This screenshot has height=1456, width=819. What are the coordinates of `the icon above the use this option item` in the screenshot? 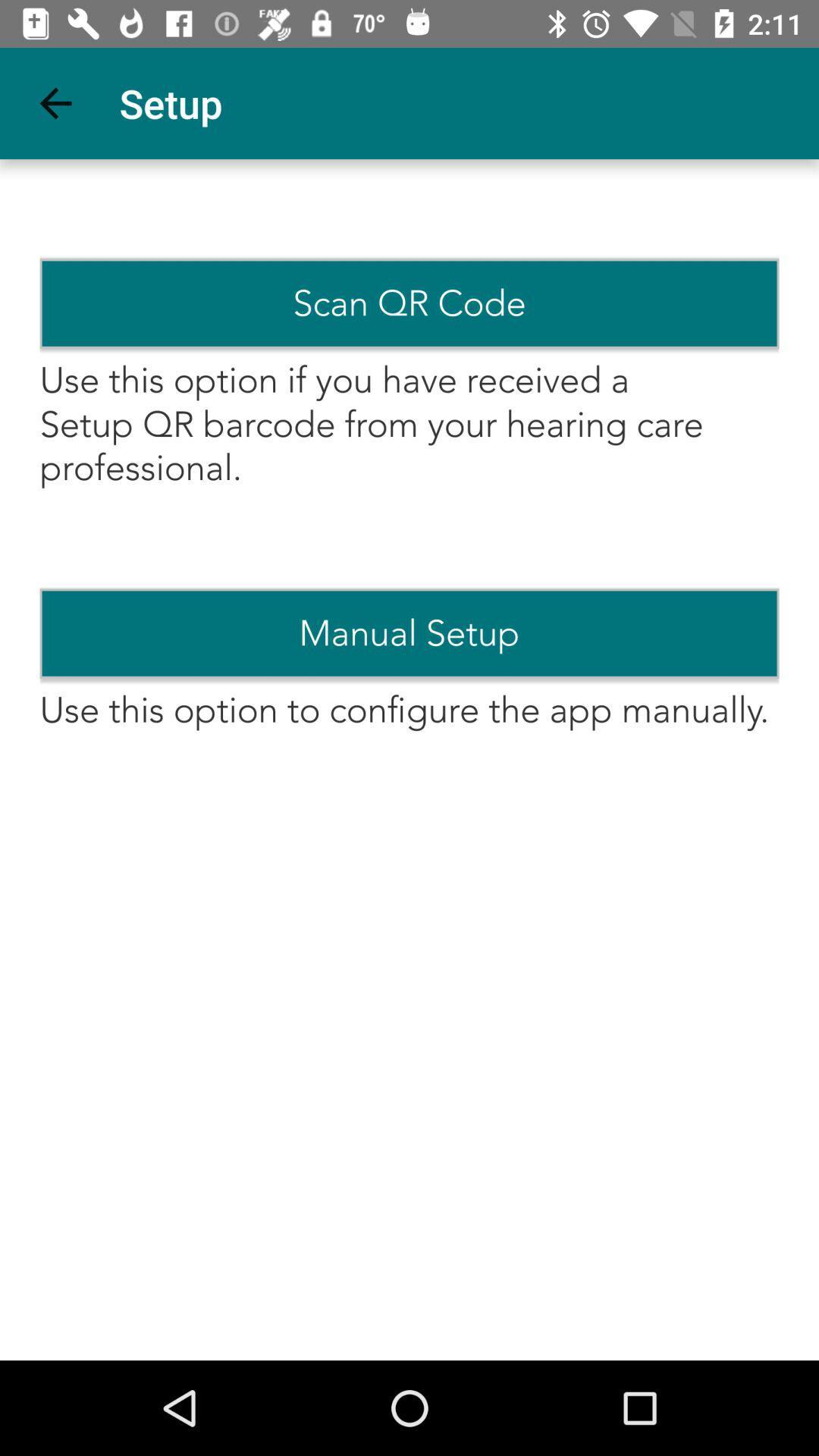 It's located at (409, 633).